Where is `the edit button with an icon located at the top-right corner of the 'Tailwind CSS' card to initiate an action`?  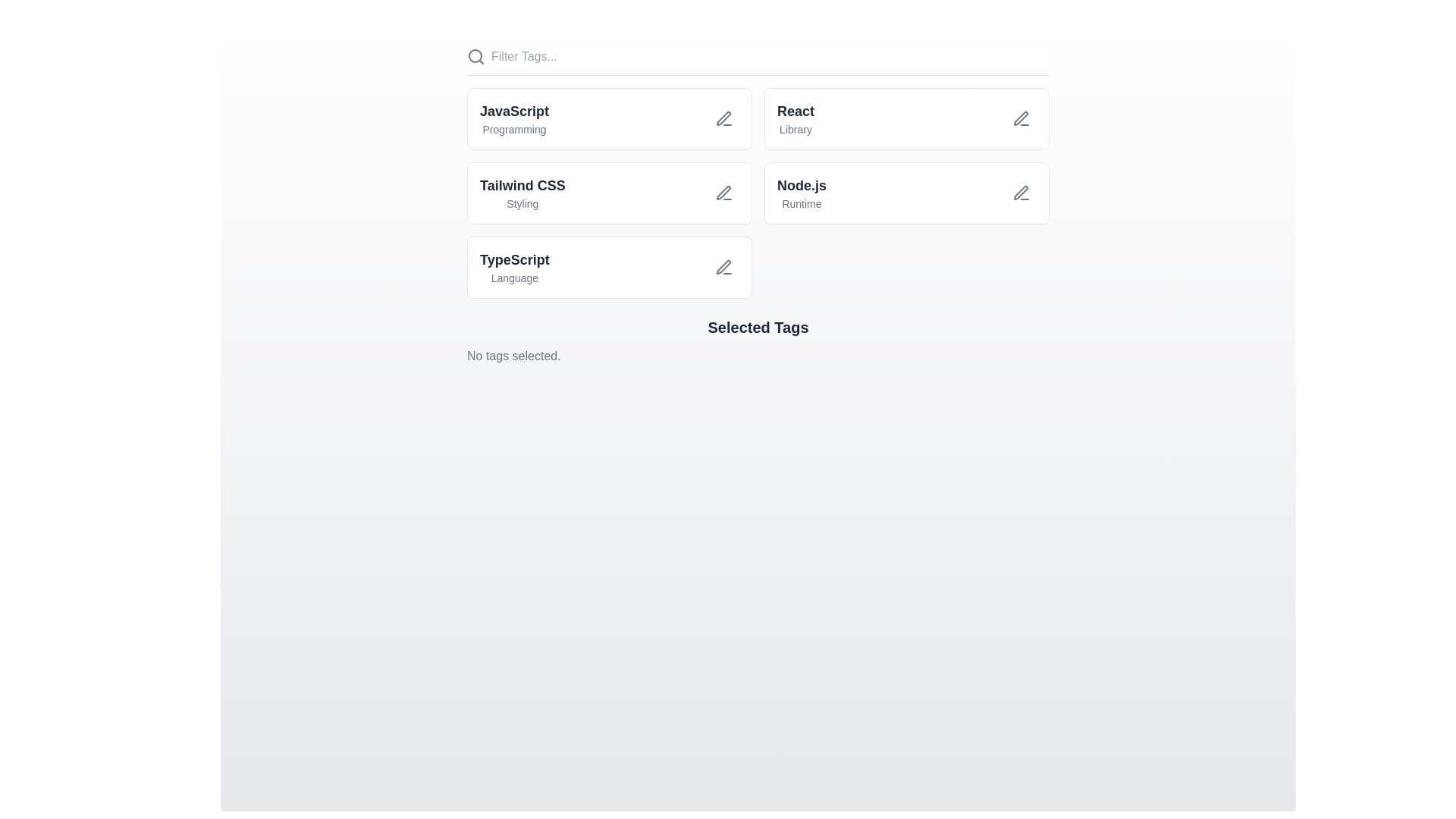
the edit button with an icon located at the top-right corner of the 'Tailwind CSS' card to initiate an action is located at coordinates (723, 192).